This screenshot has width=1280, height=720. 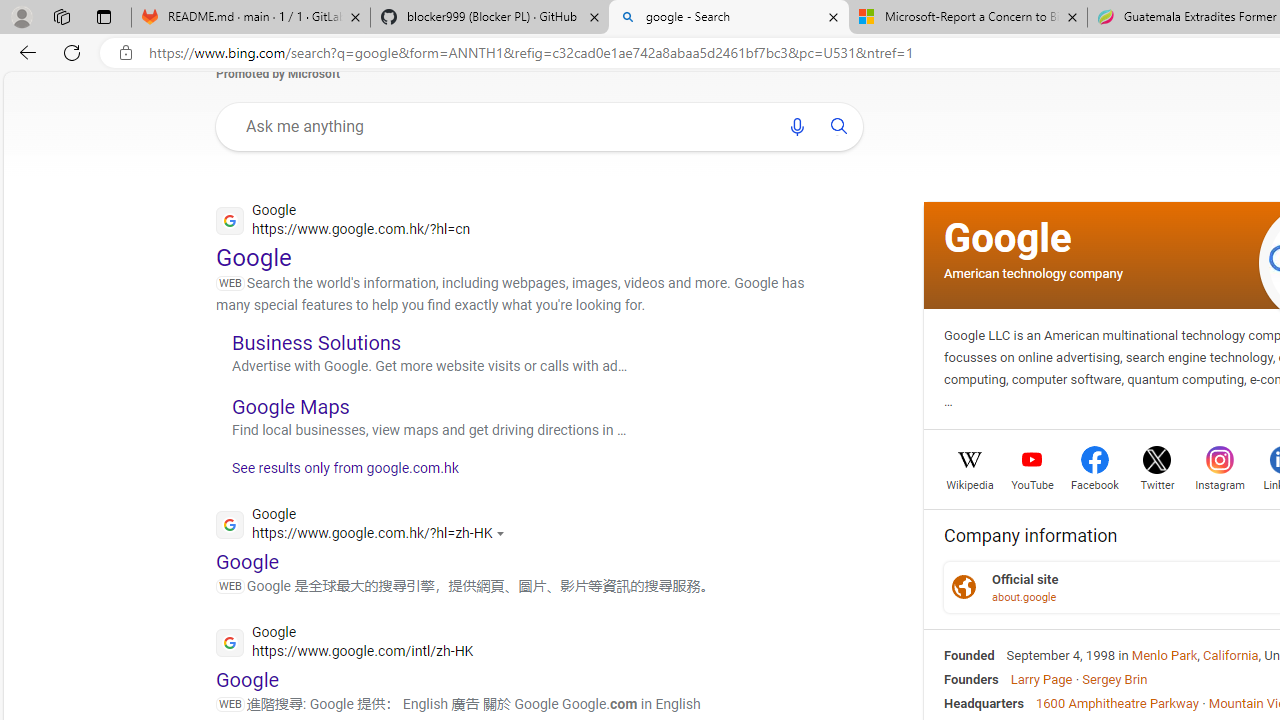 What do you see at coordinates (1094, 483) in the screenshot?
I see `'Facebook'` at bounding box center [1094, 483].